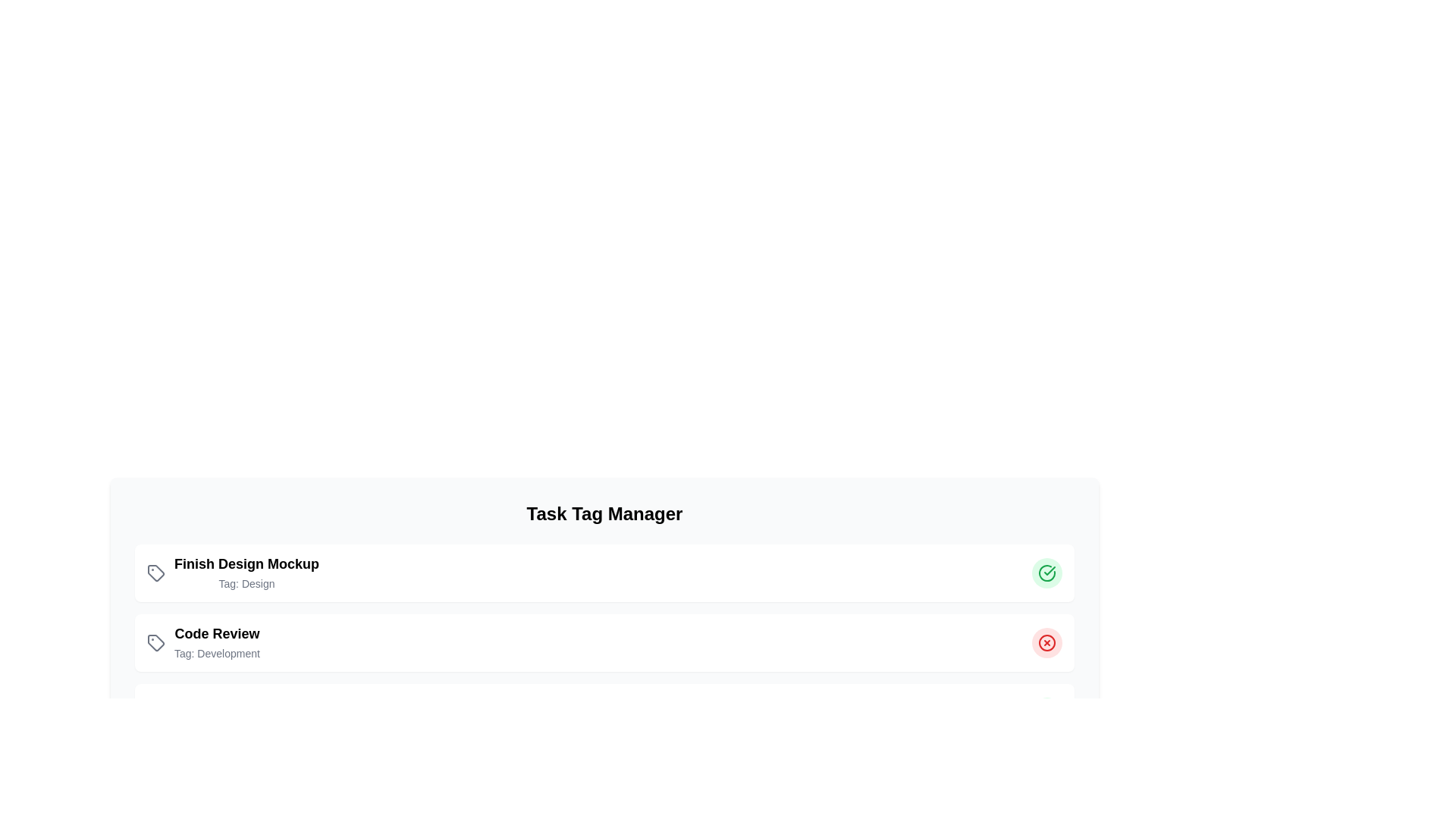  I want to click on the action button located at the far right of the first row, which is associated with marking the task 'Finish Design Mockup' as completed, so click(1046, 573).